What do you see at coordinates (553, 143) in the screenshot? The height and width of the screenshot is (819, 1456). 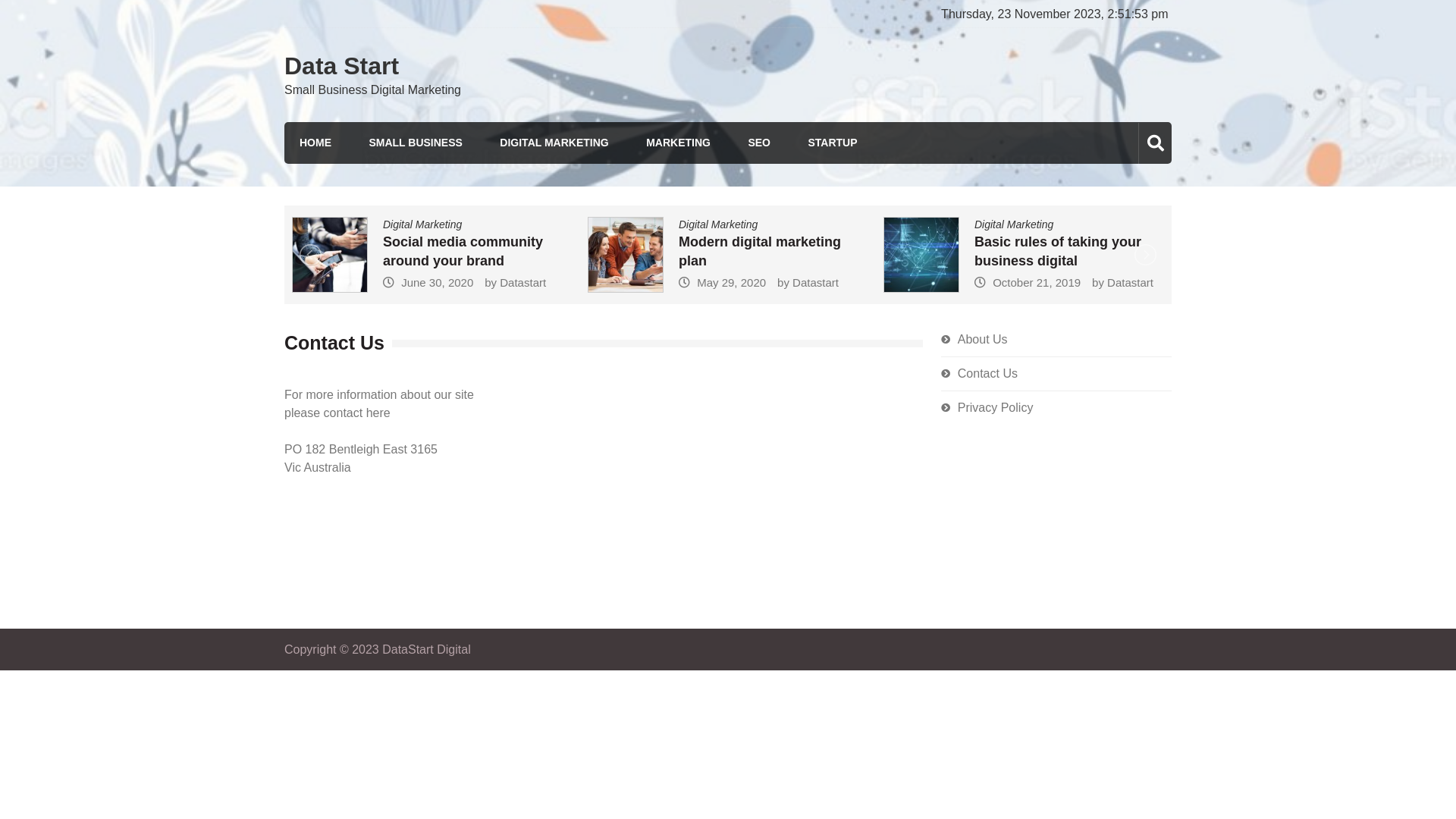 I see `'DIGITAL MARKETING'` at bounding box center [553, 143].